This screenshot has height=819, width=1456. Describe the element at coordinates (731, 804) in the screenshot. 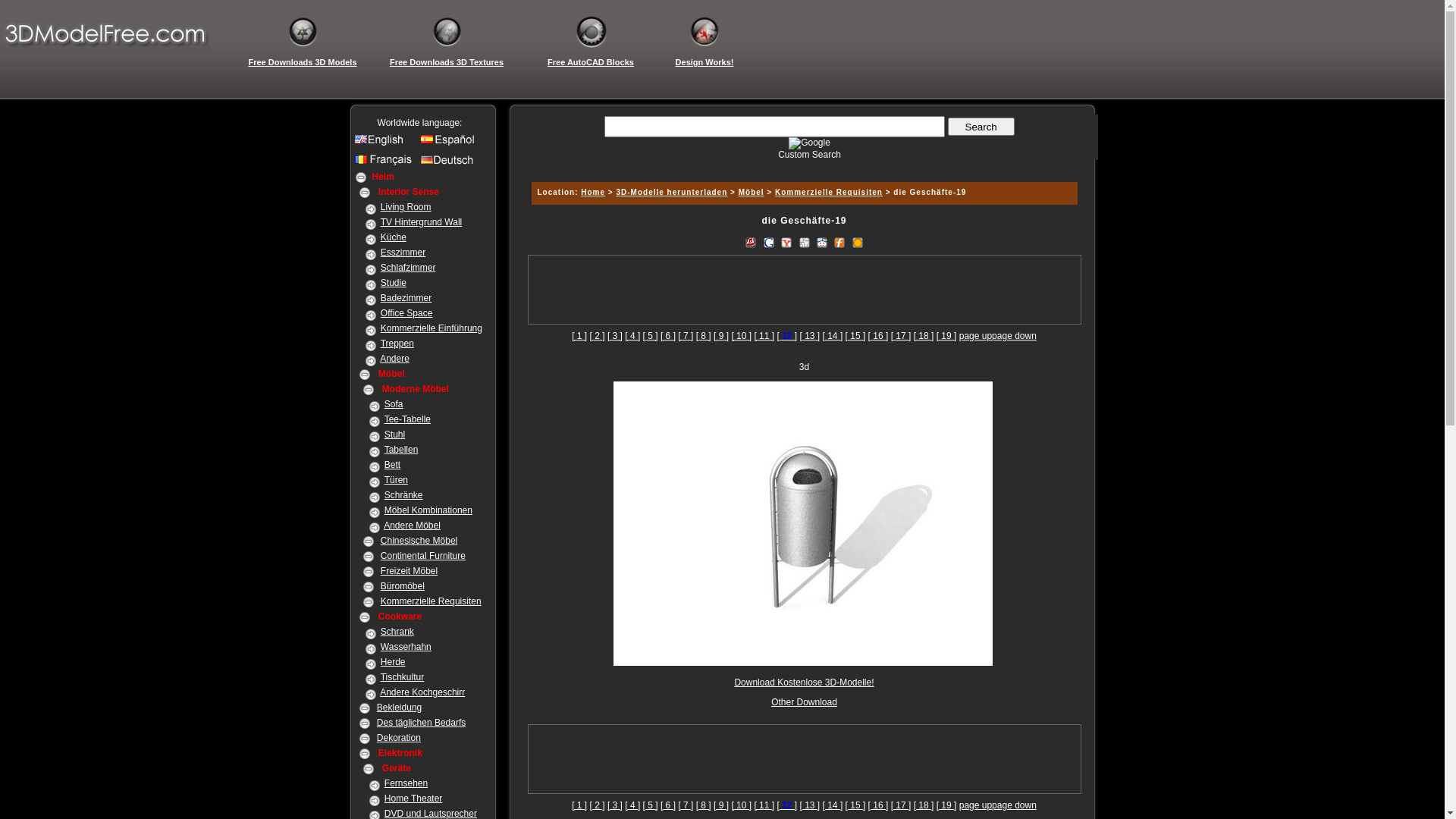

I see `'[ 10 ]'` at that location.